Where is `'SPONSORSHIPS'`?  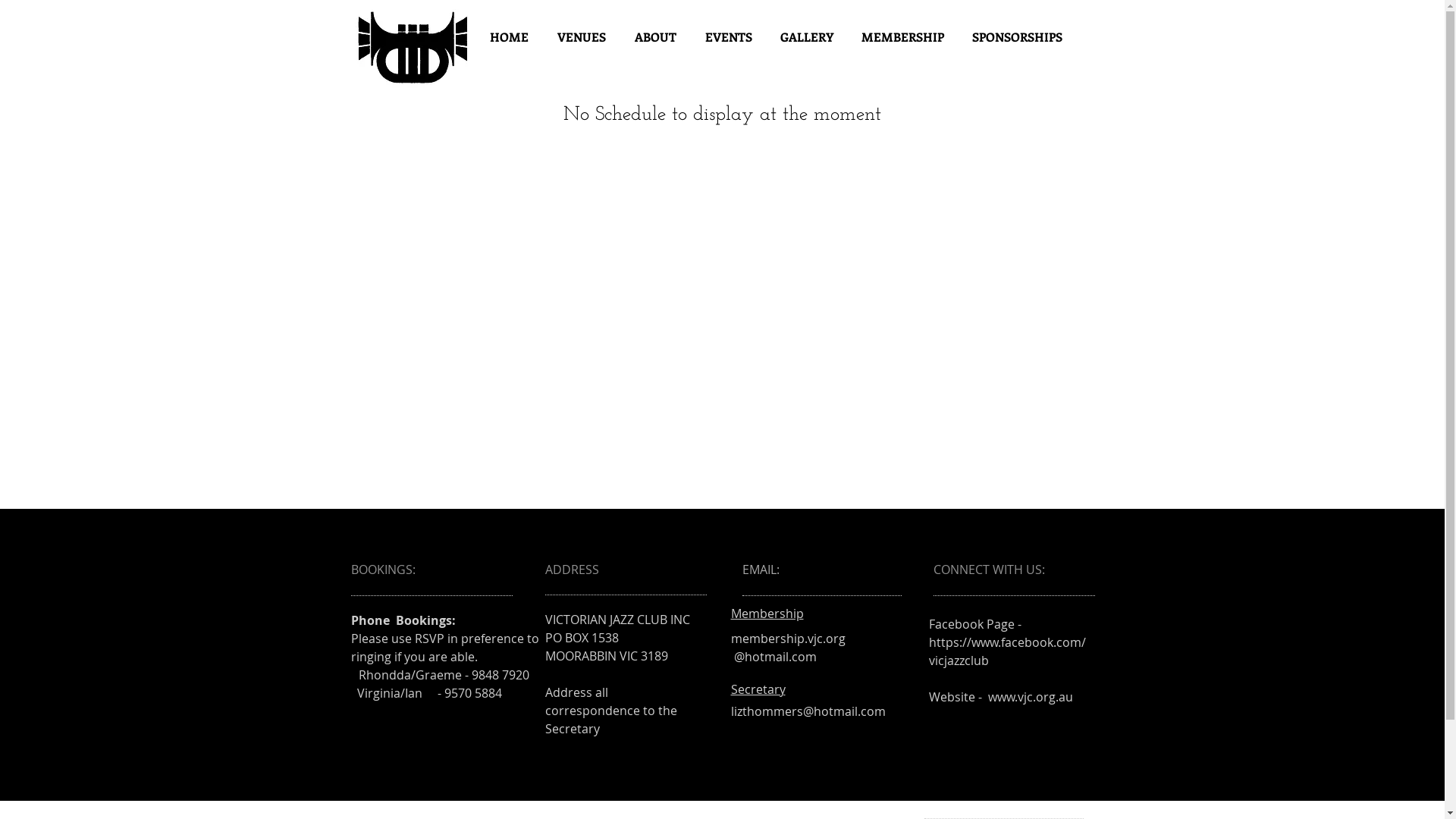
'SPONSORSHIPS' is located at coordinates (1018, 36).